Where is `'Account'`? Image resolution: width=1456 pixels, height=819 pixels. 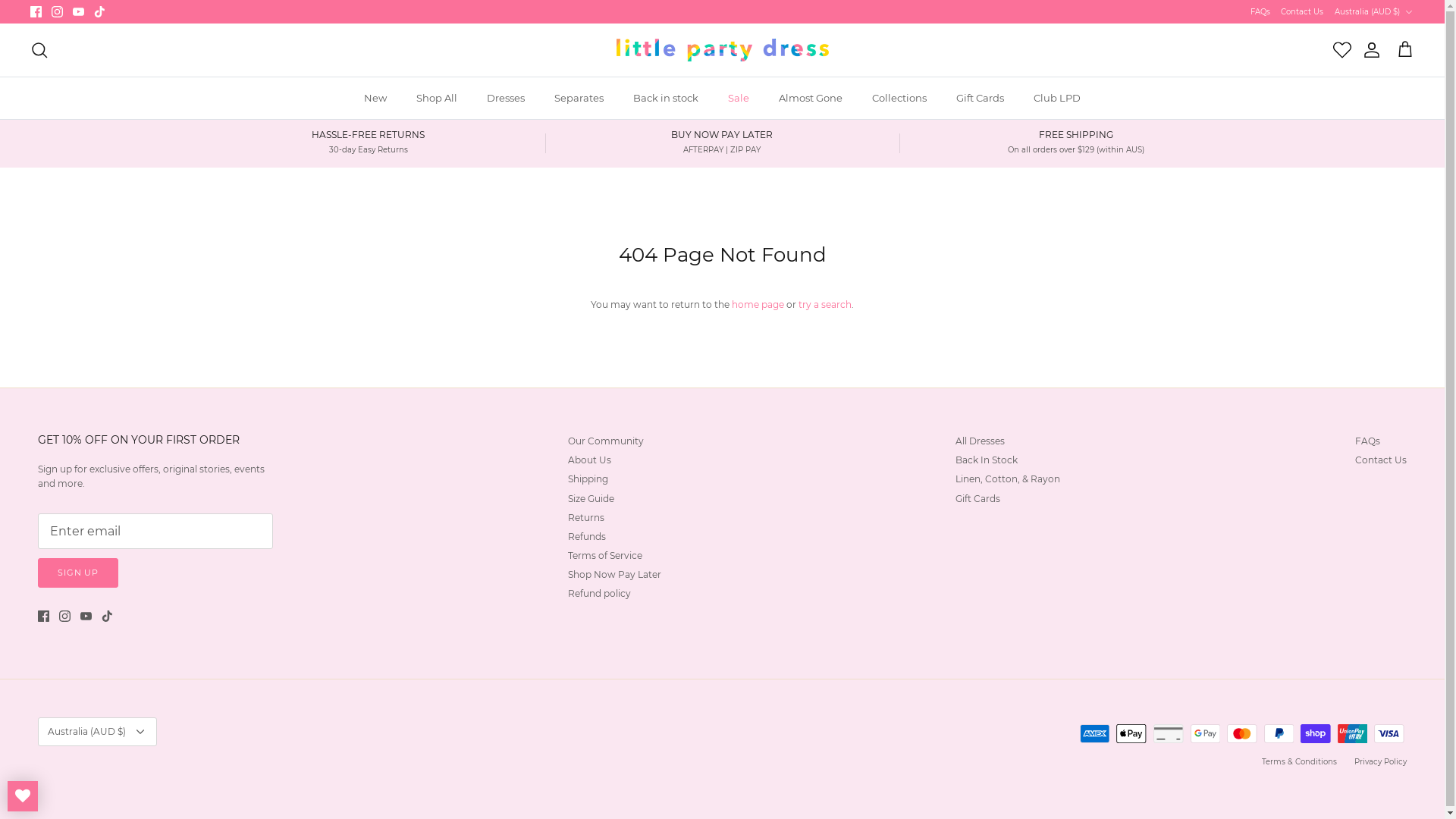
'Account' is located at coordinates (1368, 49).